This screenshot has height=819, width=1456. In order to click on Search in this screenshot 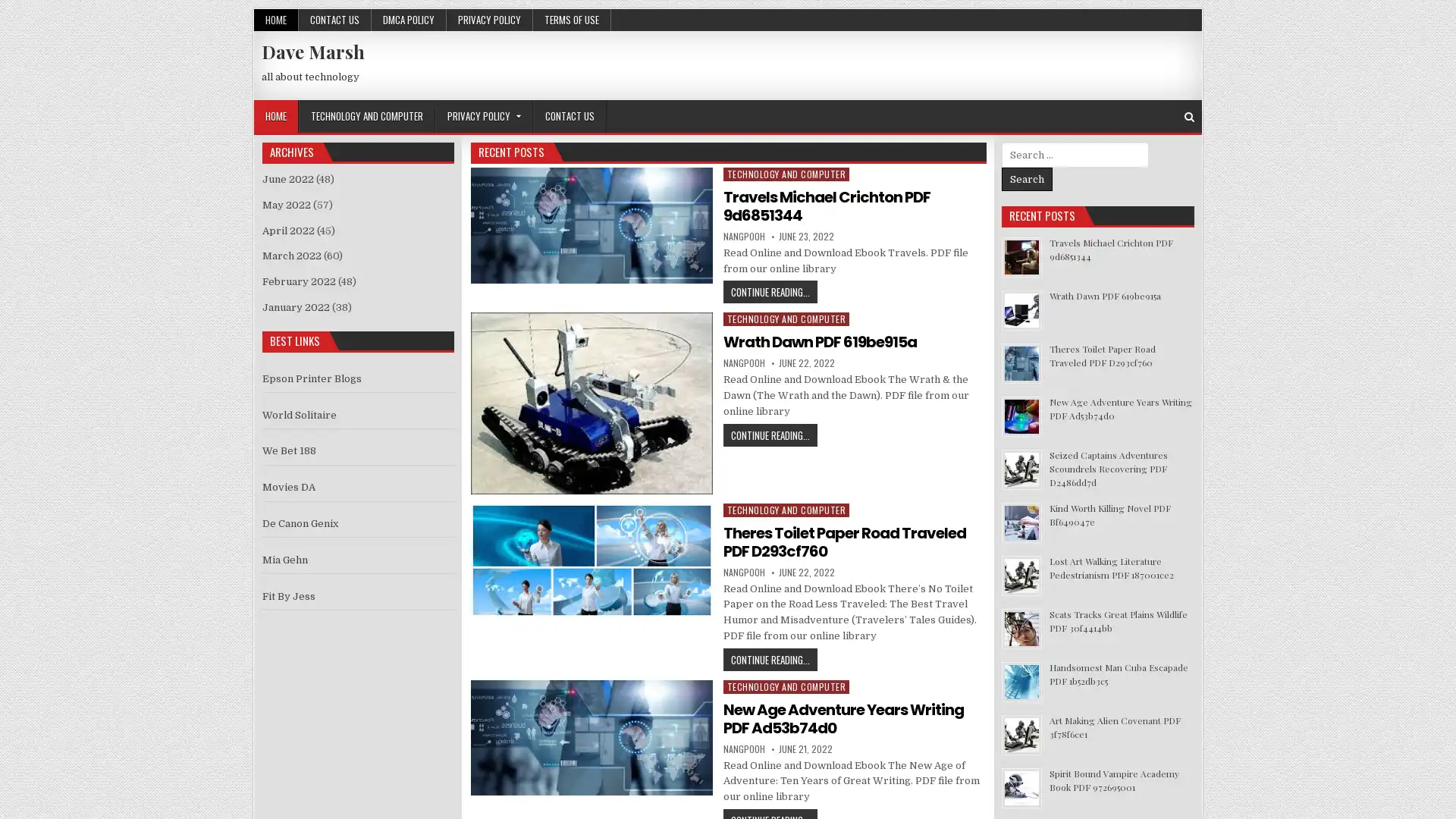, I will do `click(1027, 178)`.